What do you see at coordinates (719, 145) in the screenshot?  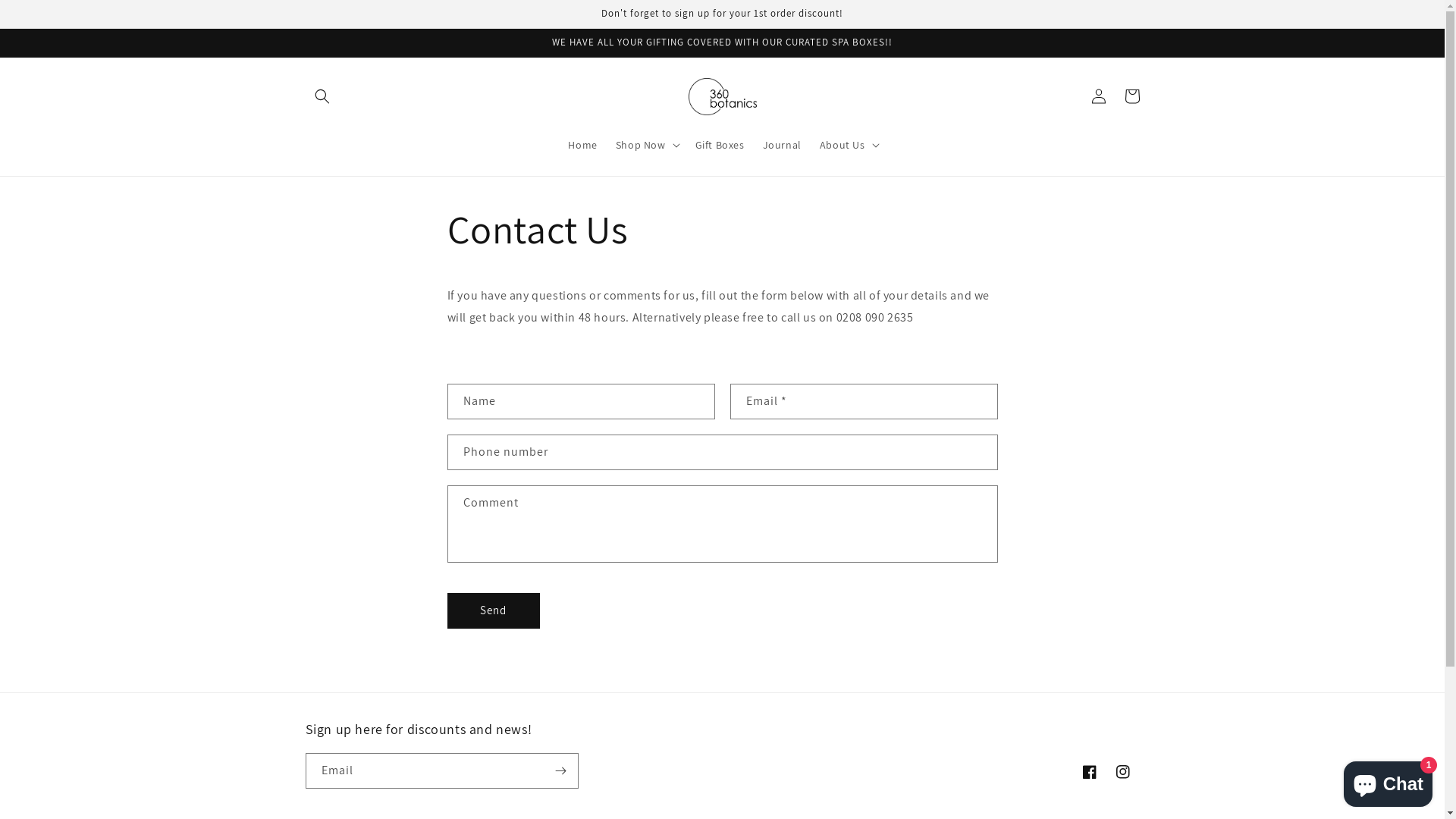 I see `'Gift Boxes'` at bounding box center [719, 145].